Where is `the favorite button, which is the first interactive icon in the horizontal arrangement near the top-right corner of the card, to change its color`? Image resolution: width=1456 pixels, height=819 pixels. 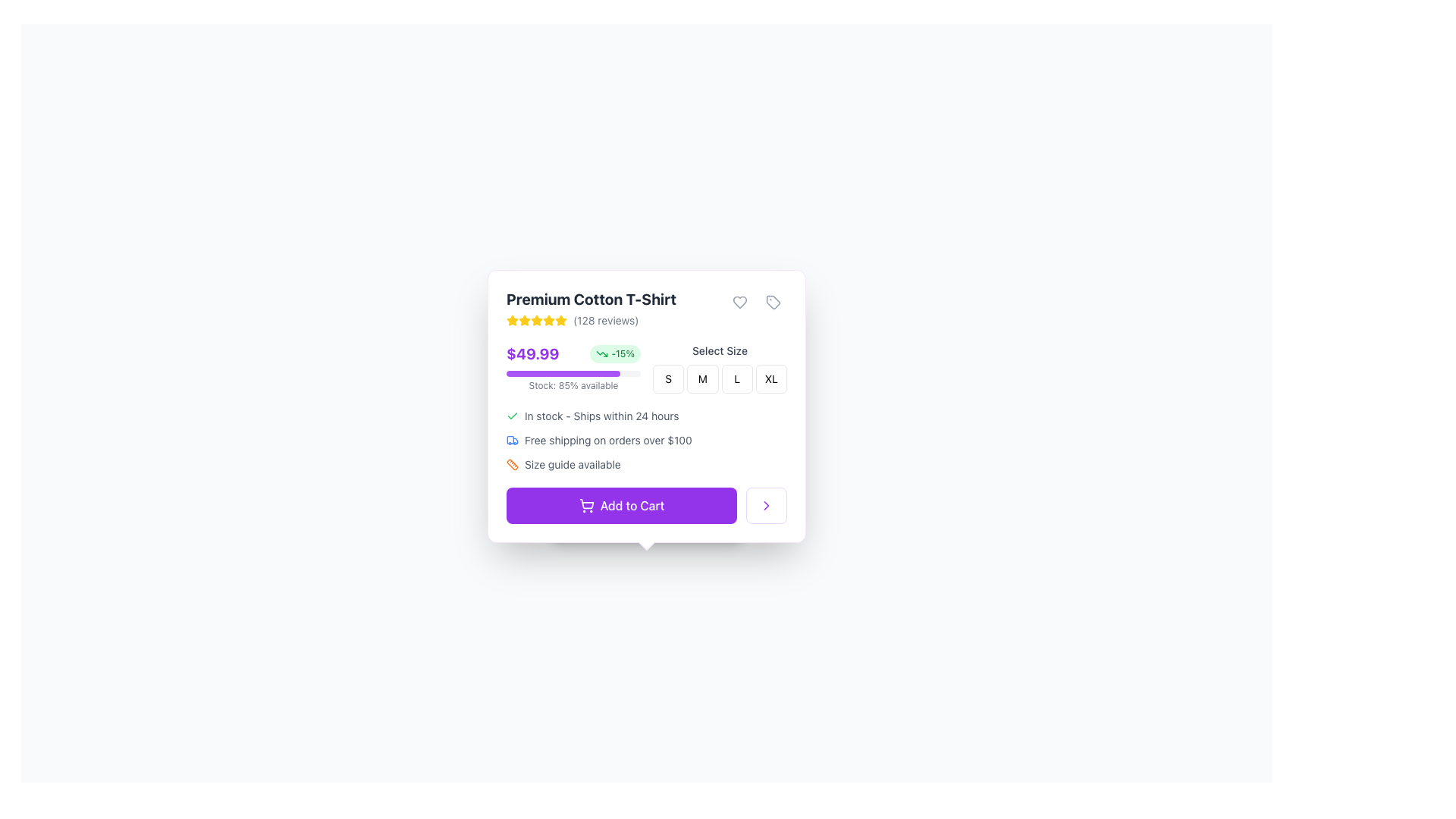
the favorite button, which is the first interactive icon in the horizontal arrangement near the top-right corner of the card, to change its color is located at coordinates (739, 302).